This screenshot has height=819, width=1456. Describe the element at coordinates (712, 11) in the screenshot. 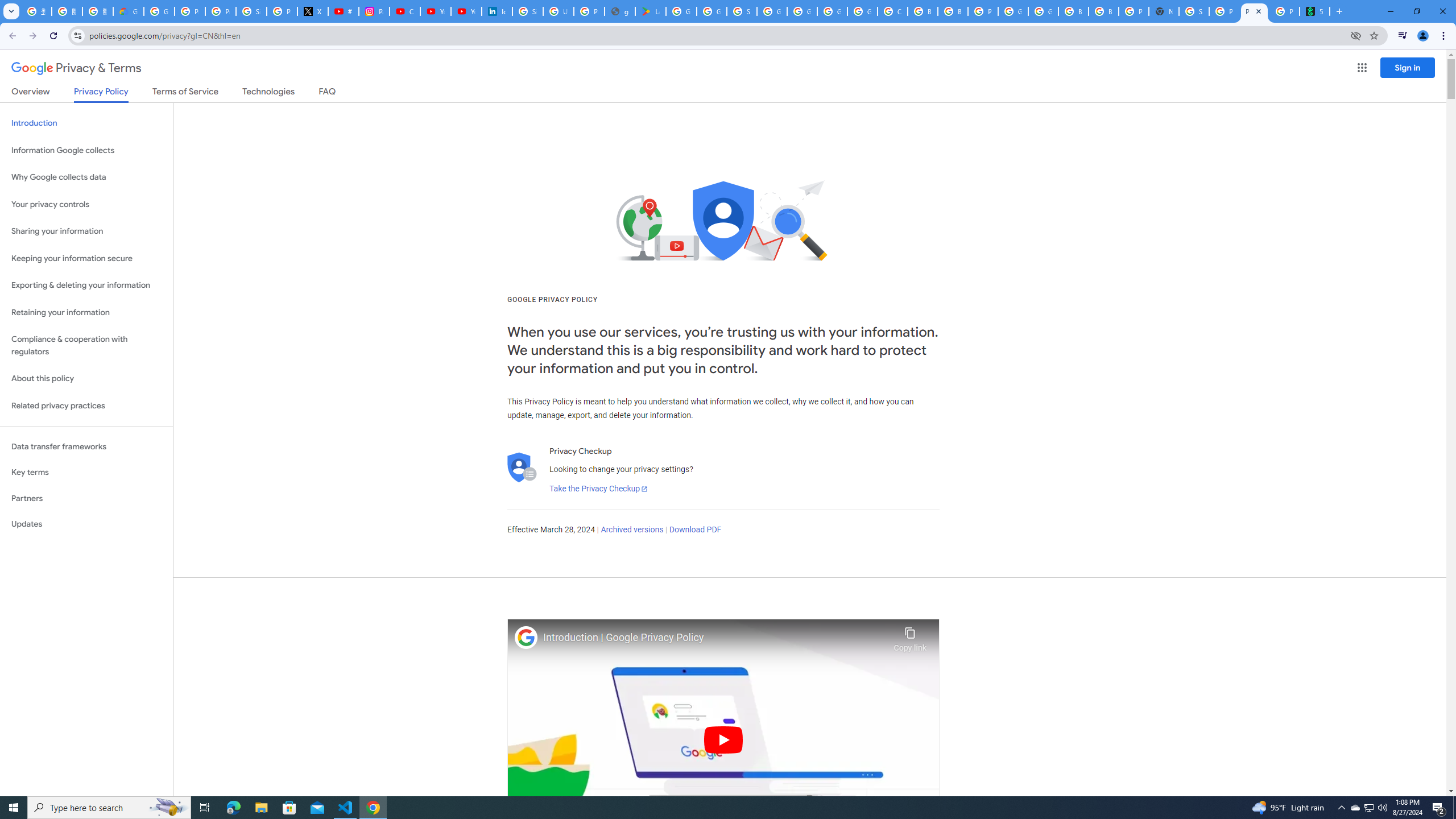

I see `'Google Workspace - Specific Terms'` at that location.